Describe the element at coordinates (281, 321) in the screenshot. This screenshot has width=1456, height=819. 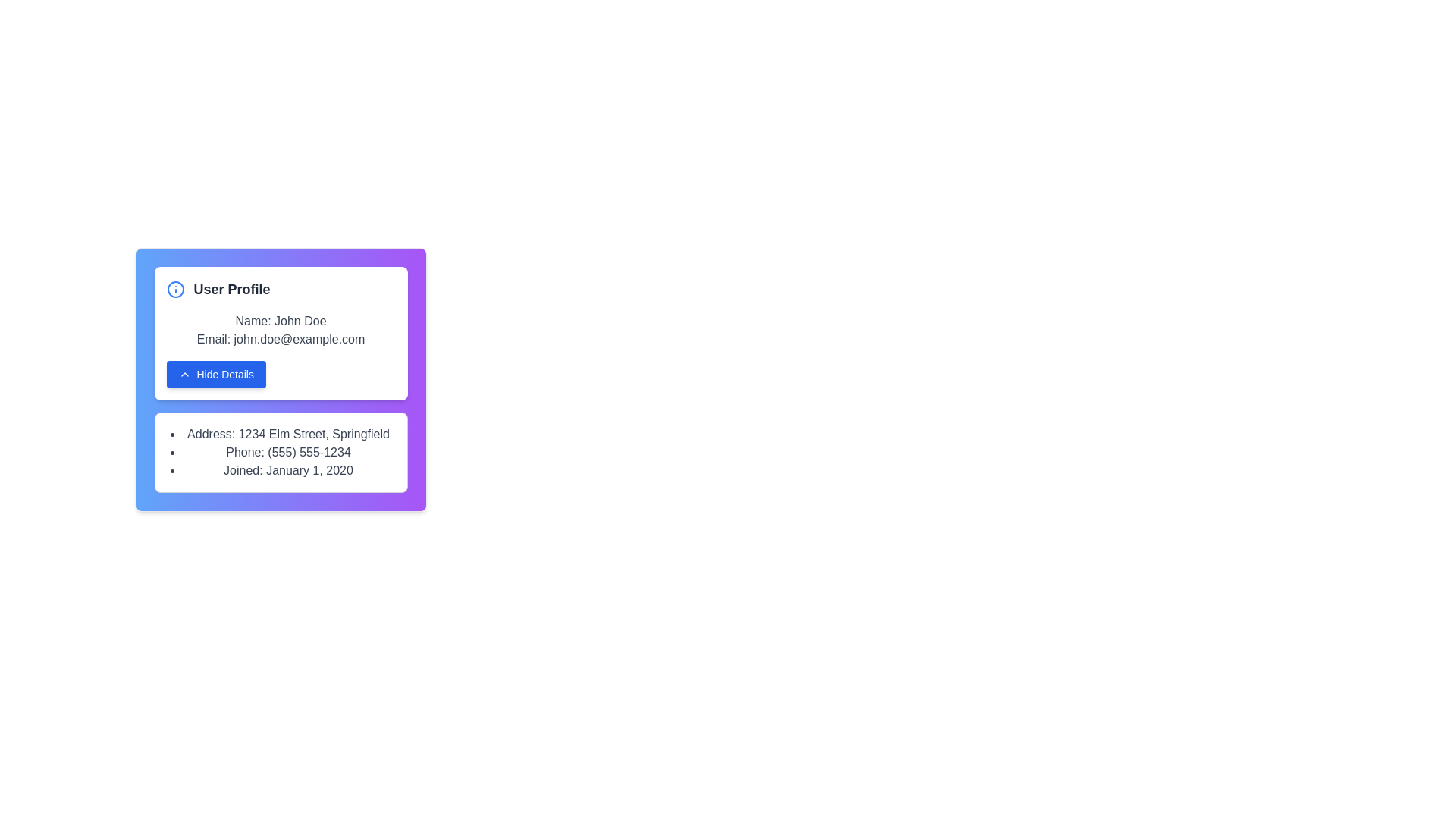
I see `the text label displaying 'Name: John Doe' which is styled with a gray font and located within the user profile card interface` at that location.